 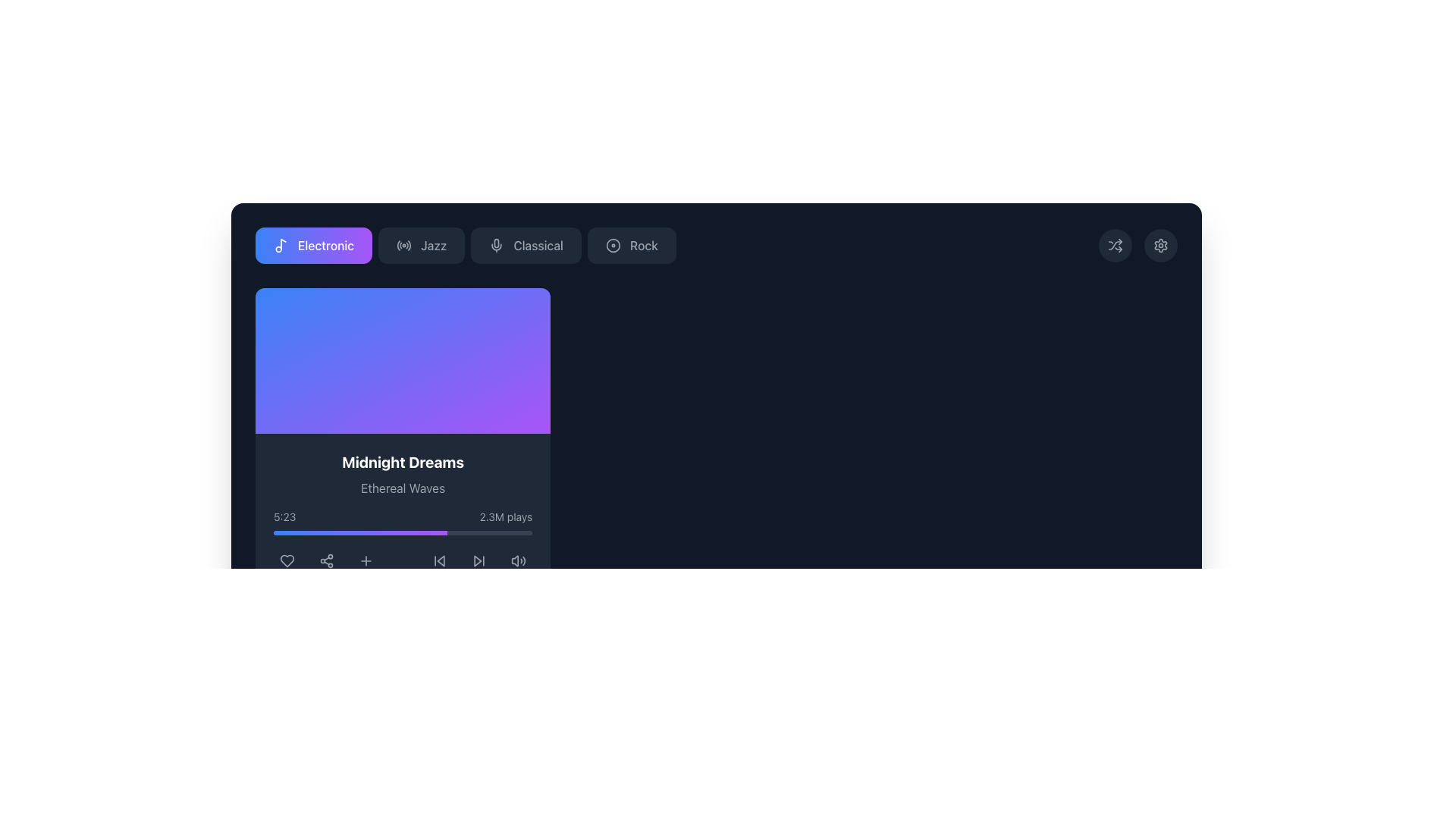 What do you see at coordinates (284, 516) in the screenshot?
I see `to select or highlight the time displayed as '5:23' in a light gray font on the left side of the card-like section representing a music track` at bounding box center [284, 516].